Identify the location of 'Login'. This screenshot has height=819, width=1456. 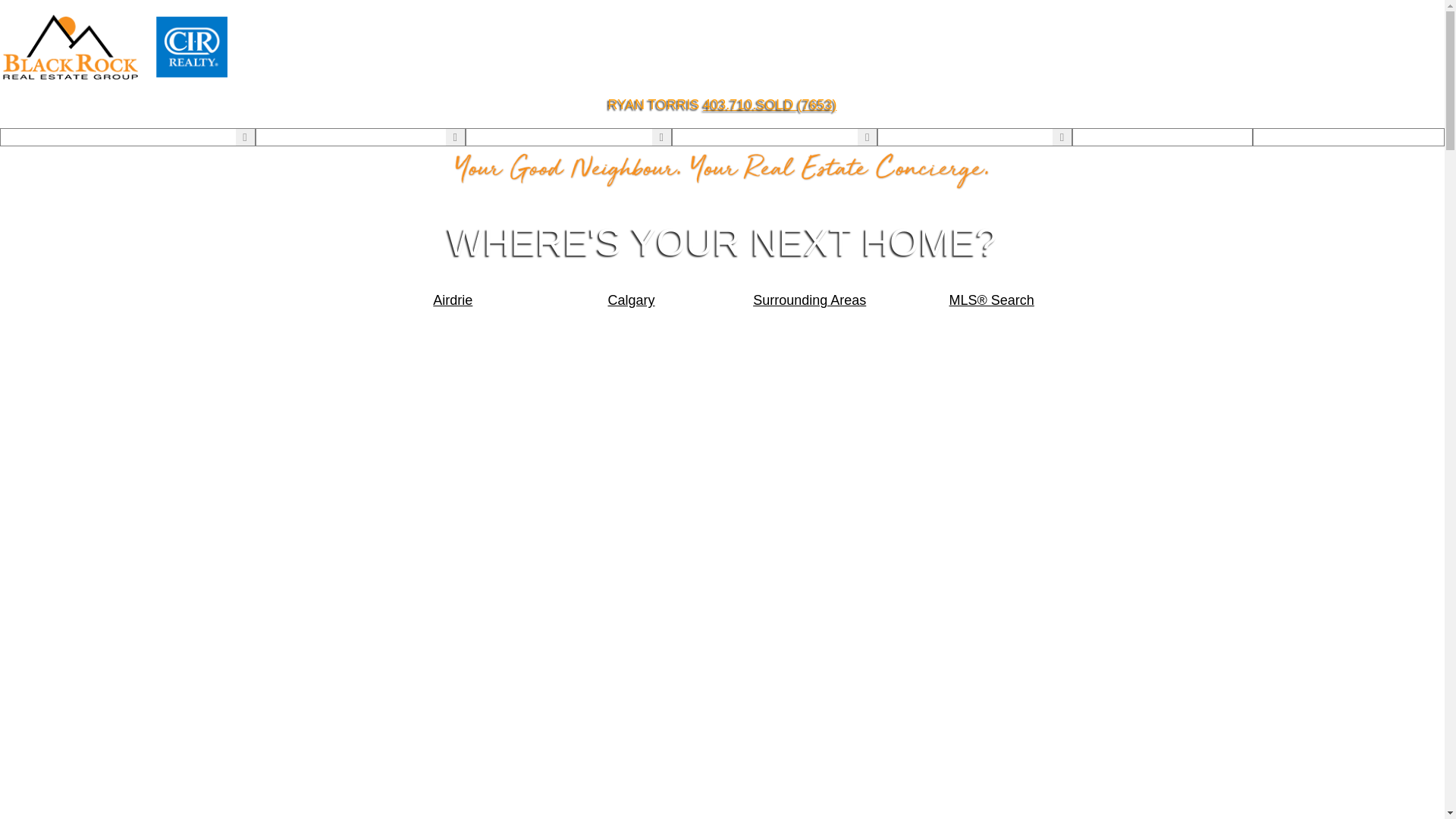
(1161, 137).